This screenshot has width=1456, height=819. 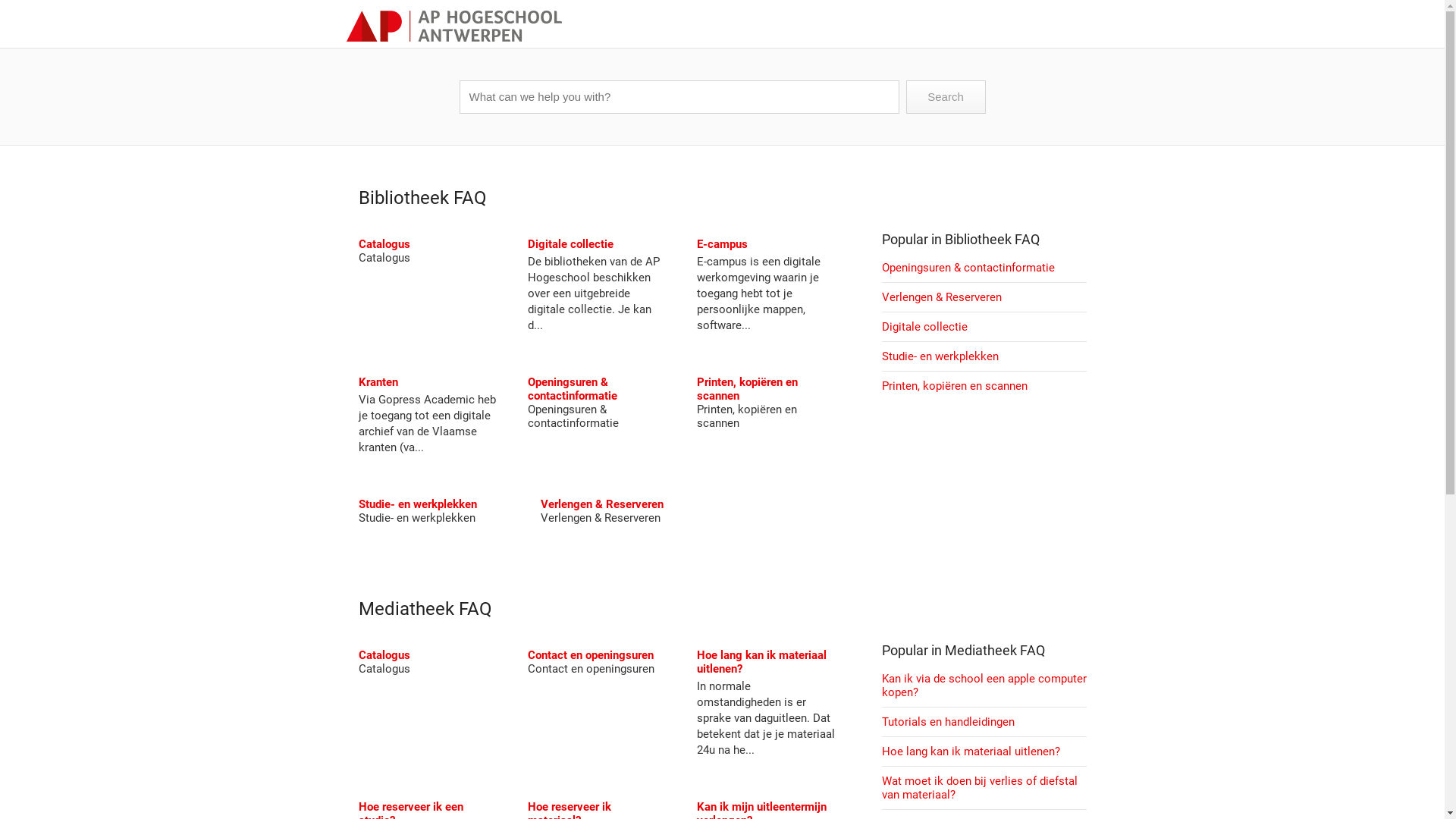 What do you see at coordinates (417, 504) in the screenshot?
I see `'Studie- en werkplekken'` at bounding box center [417, 504].